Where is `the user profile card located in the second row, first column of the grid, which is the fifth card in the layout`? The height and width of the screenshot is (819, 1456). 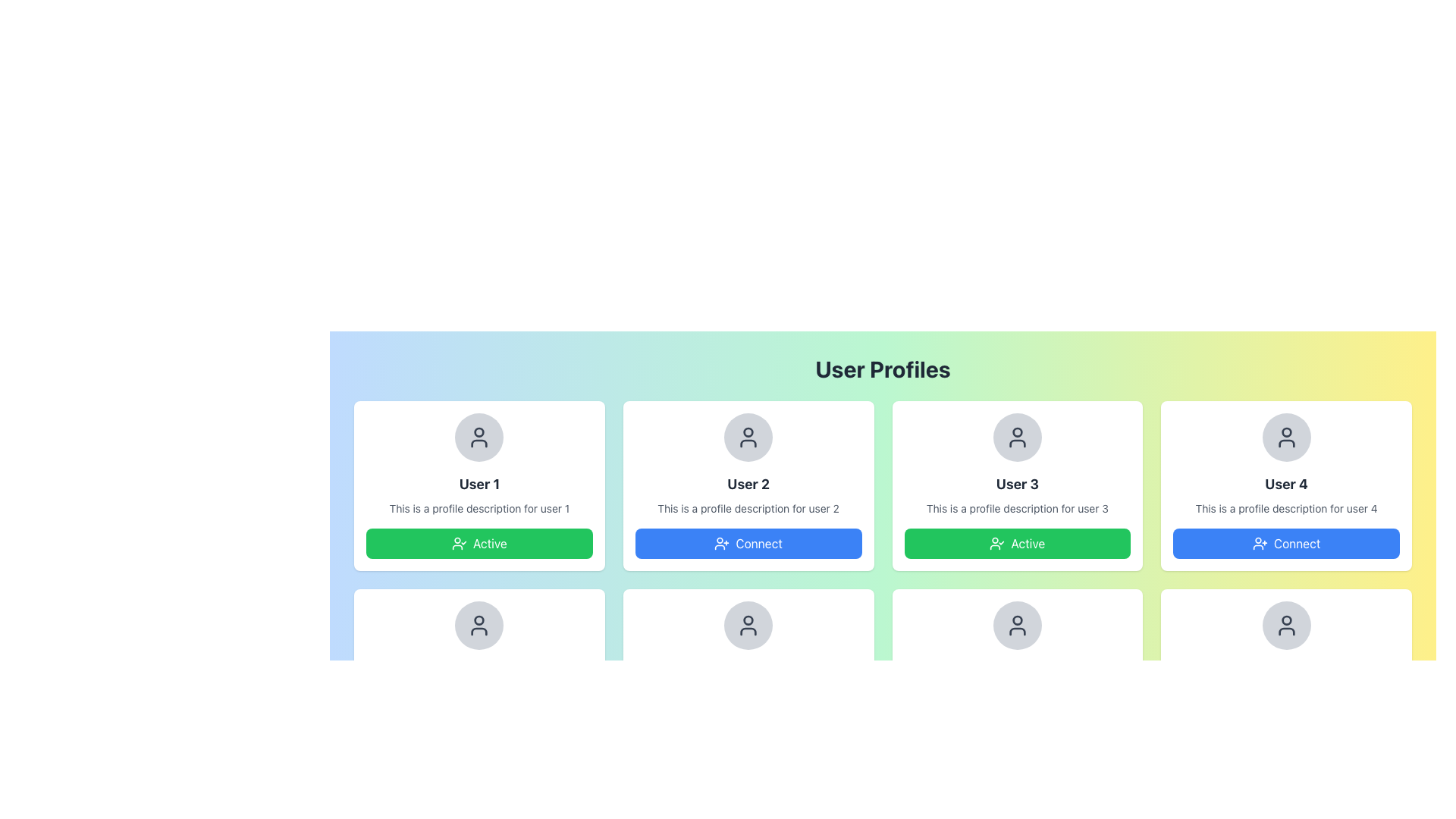 the user profile card located in the second row, first column of the grid, which is the fifth card in the layout is located at coordinates (479, 673).